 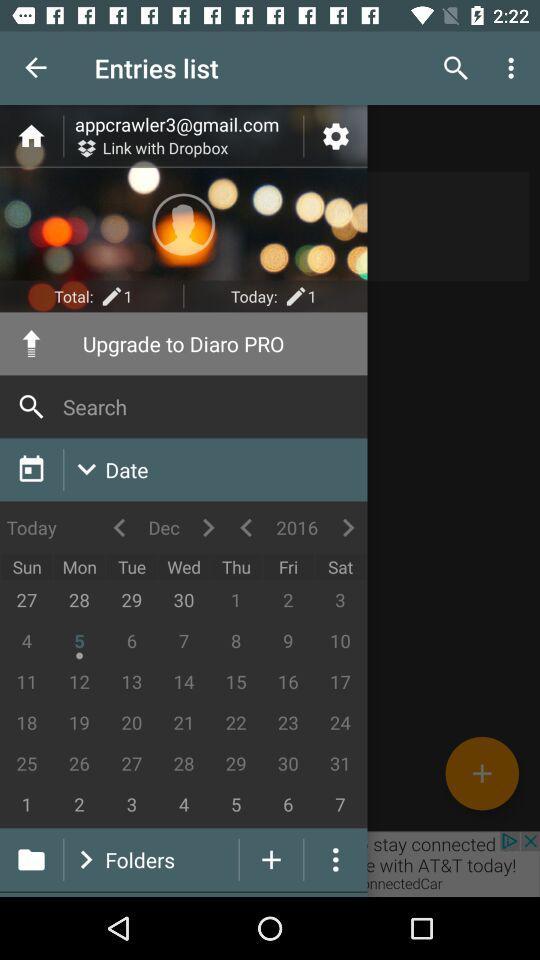 I want to click on the number which is below 30 and after 5, so click(x=287, y=805).